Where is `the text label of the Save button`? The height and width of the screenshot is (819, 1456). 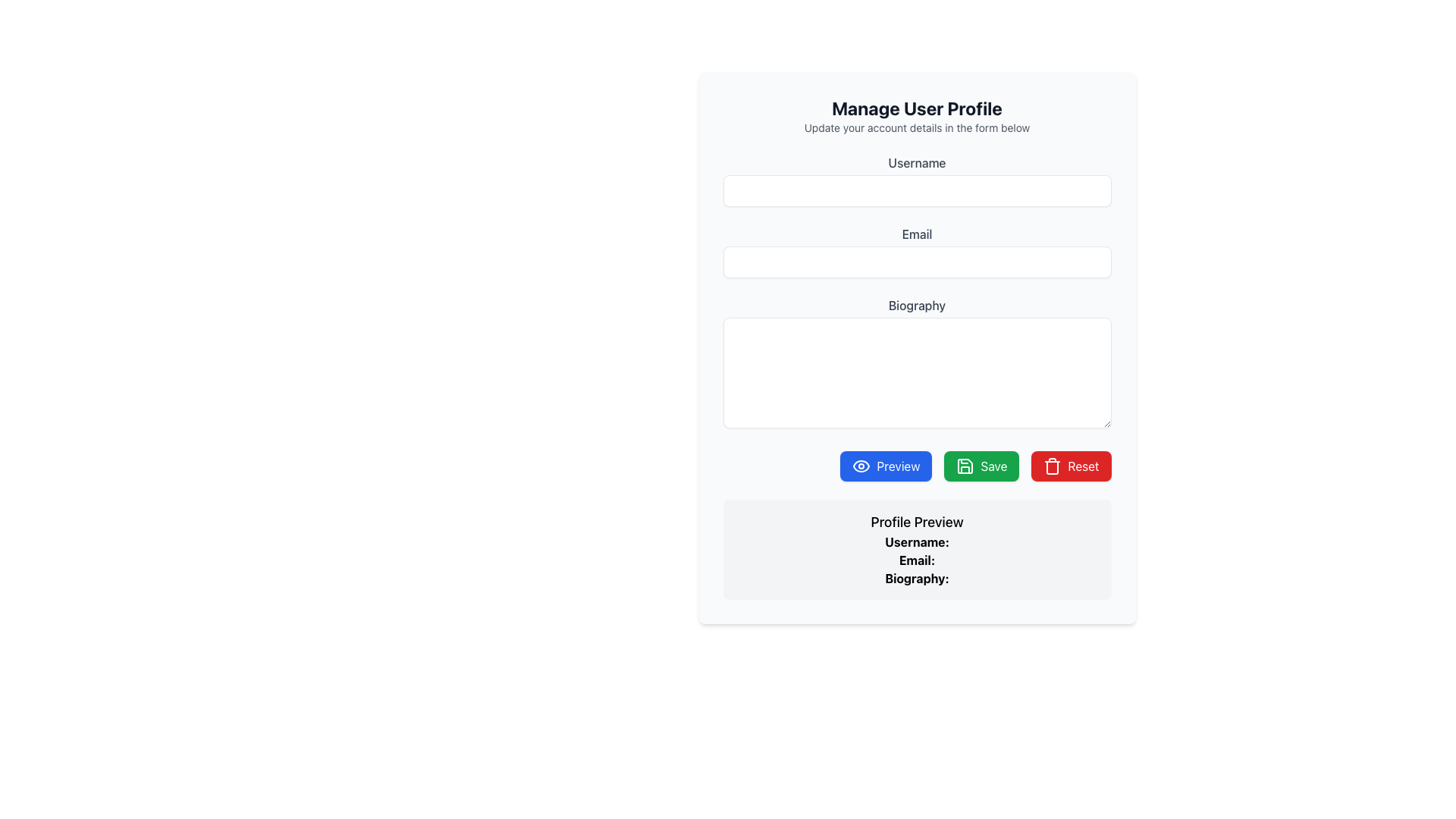
the text label of the Save button is located at coordinates (993, 465).